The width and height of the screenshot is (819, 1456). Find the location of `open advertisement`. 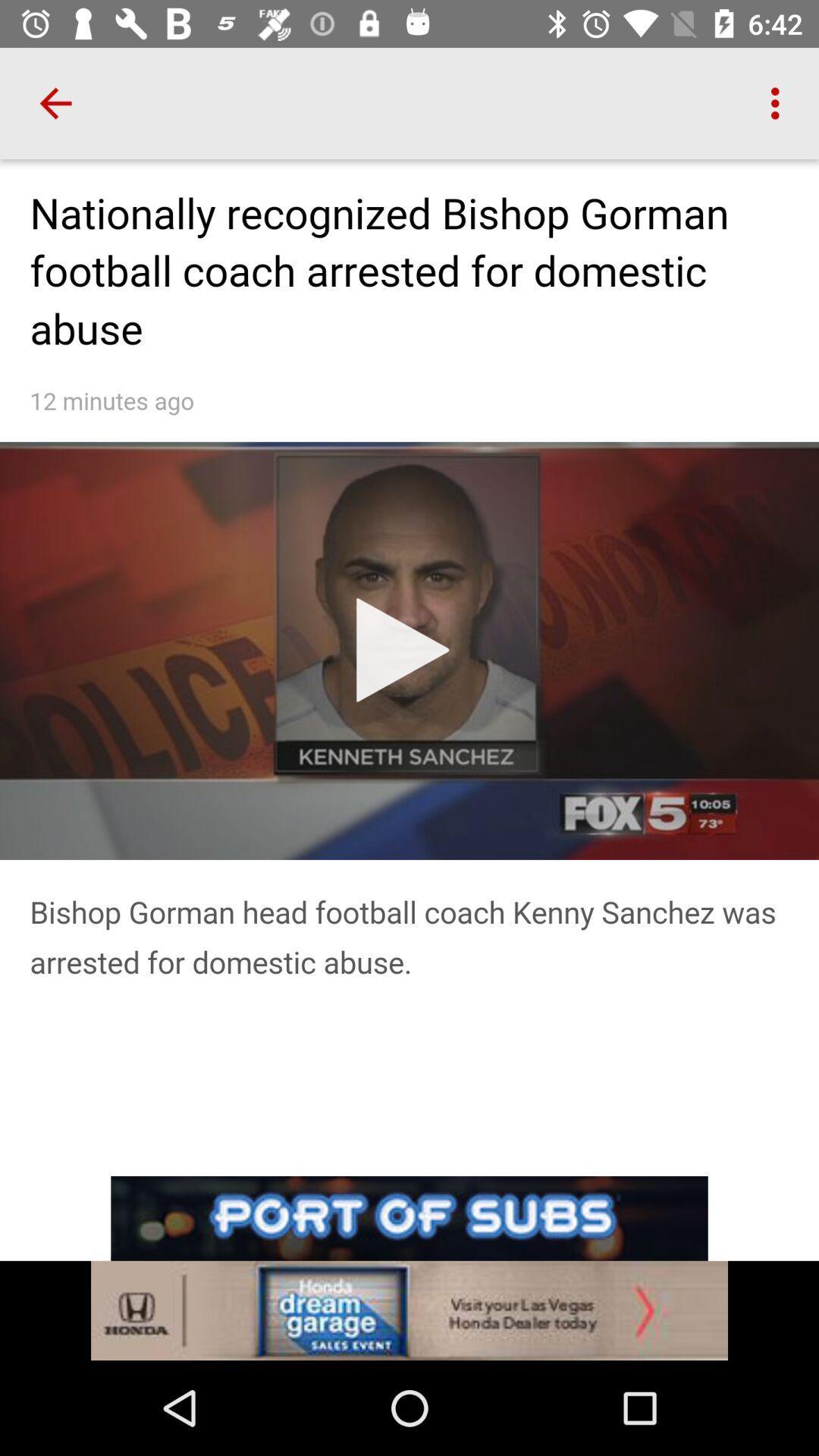

open advertisement is located at coordinates (409, 1268).